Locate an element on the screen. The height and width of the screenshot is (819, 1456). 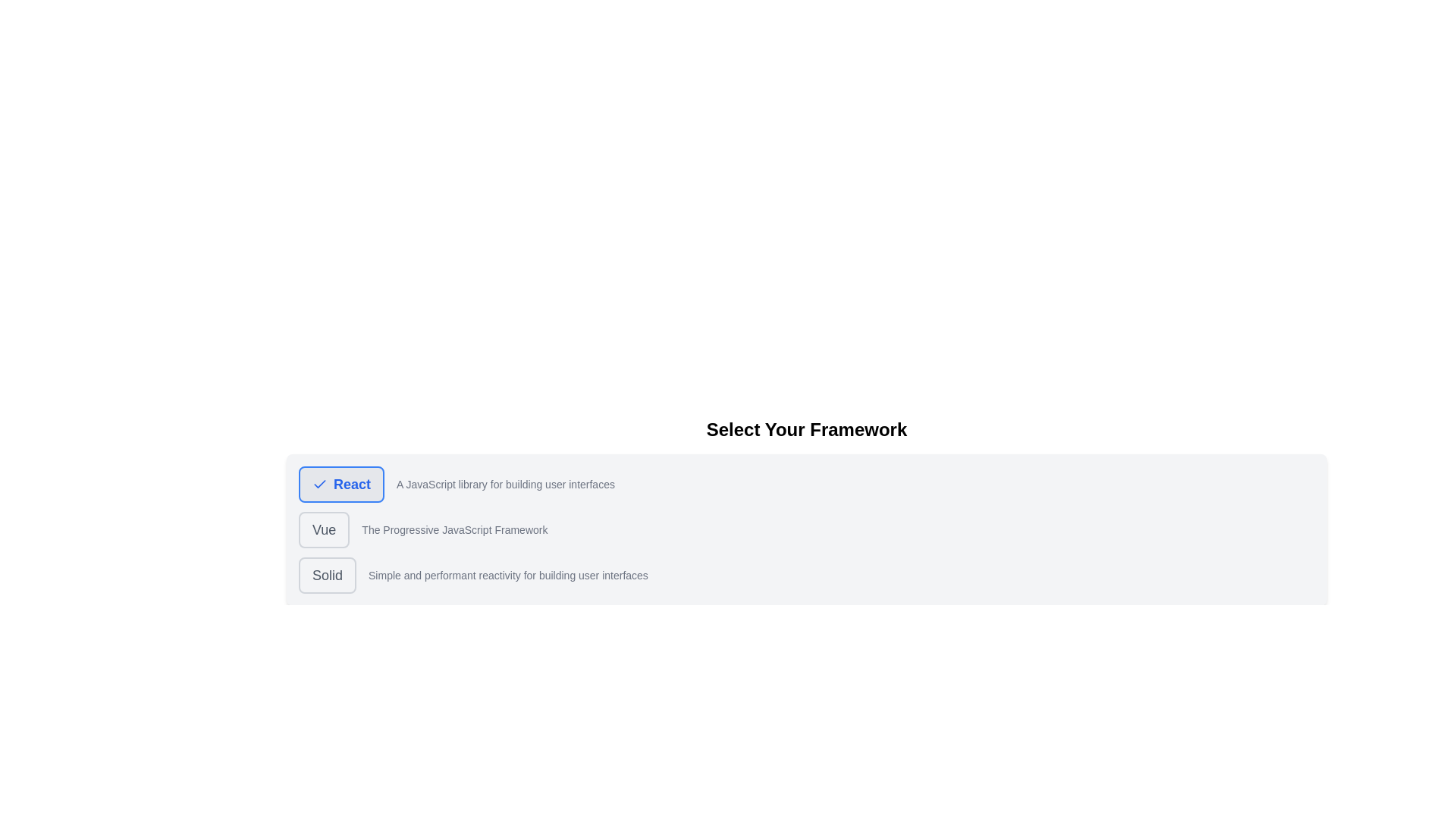
the 'Vue' framework selection button, which is the second of three vertically arranged buttons, located below the 'React' button and above the 'Solid' button is located at coordinates (323, 529).